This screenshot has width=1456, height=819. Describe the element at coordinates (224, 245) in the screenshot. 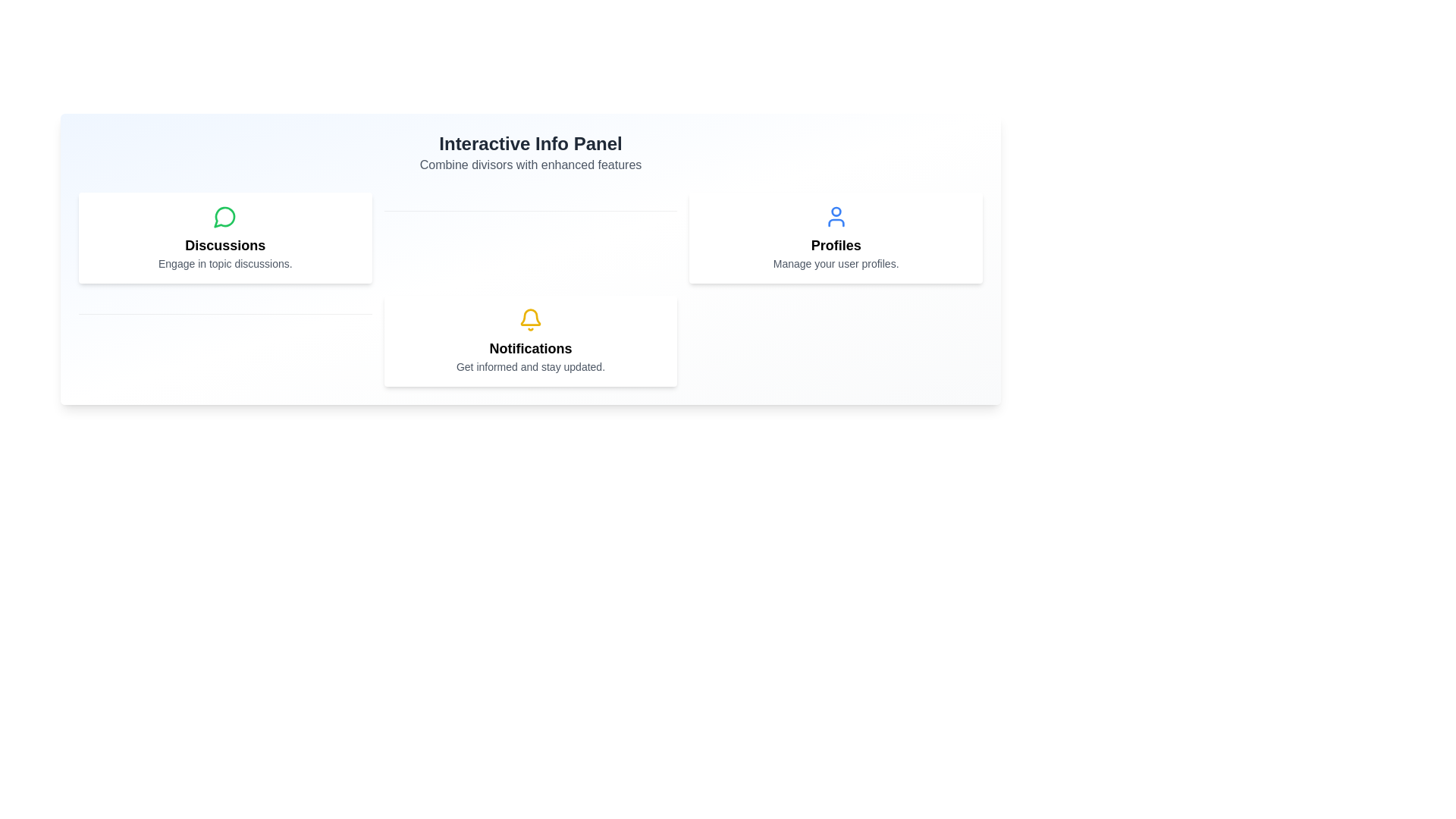

I see `the text label that serves as a section title or heading, located near the top-left portion of the interface, below an icon resembling a message bubble and above the descriptive text 'Engage in topic discussions.'` at that location.